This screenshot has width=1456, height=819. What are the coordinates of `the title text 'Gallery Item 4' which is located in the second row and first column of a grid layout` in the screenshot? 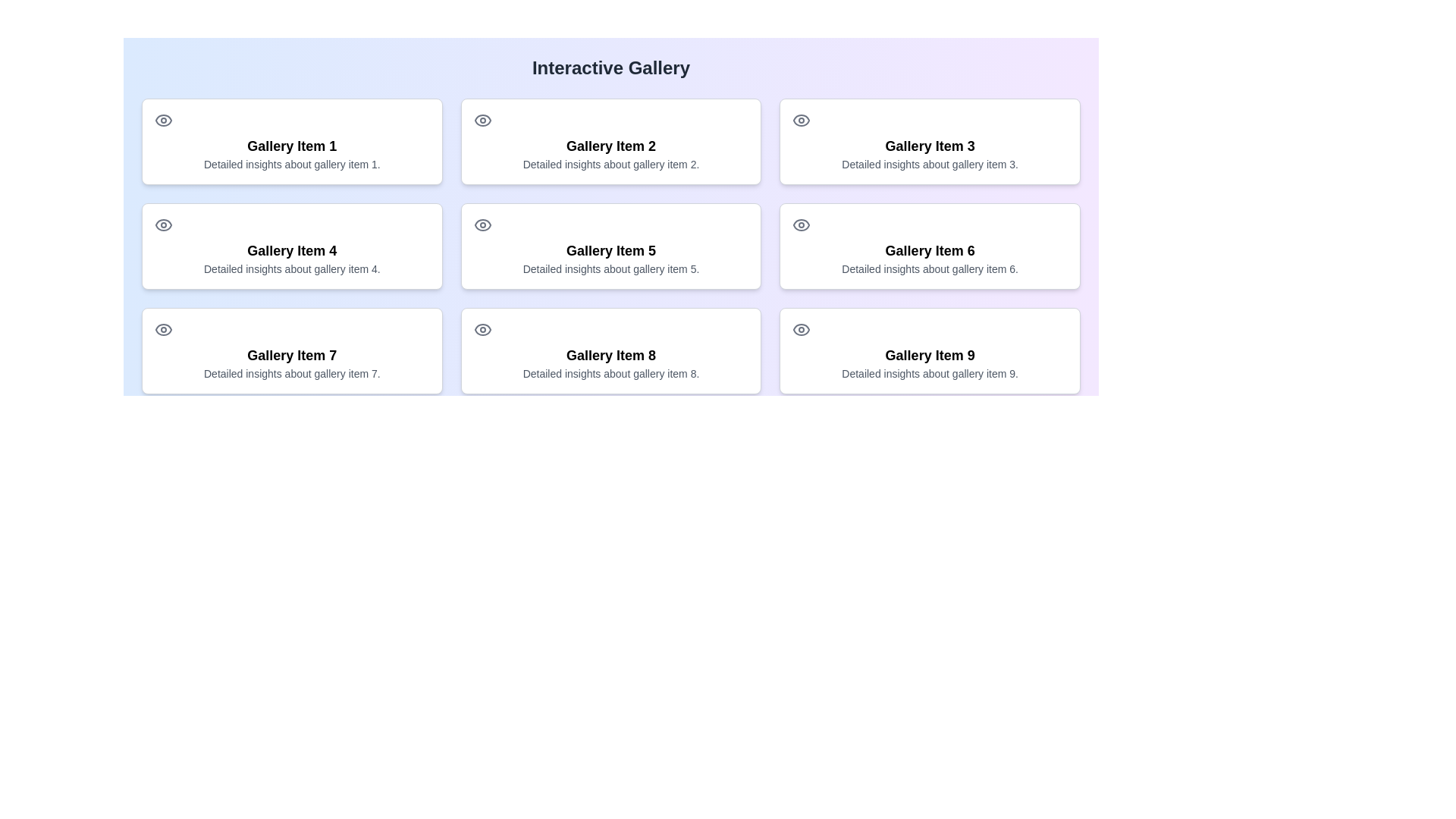 It's located at (292, 250).